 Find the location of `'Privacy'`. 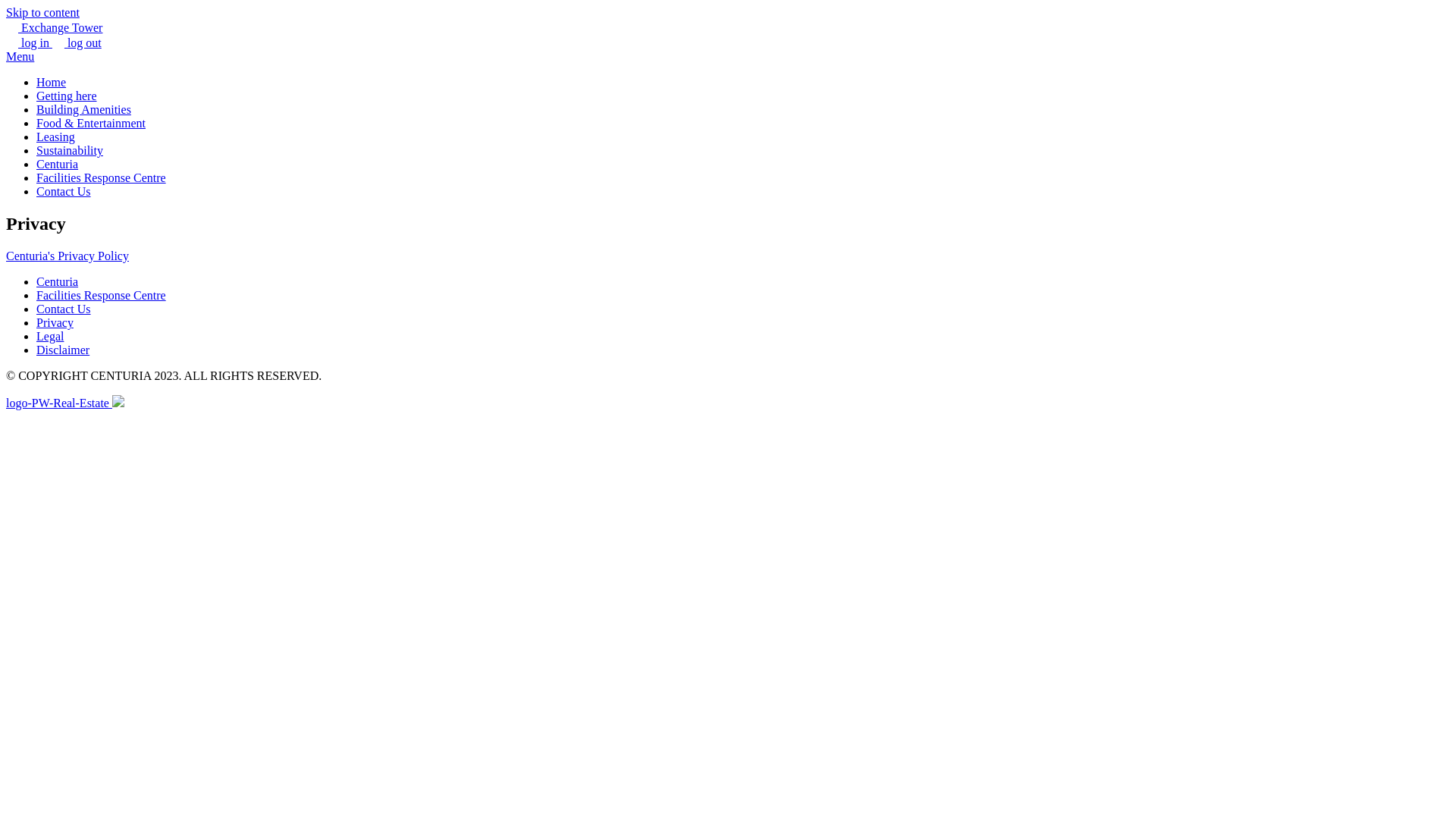

'Privacy' is located at coordinates (55, 322).